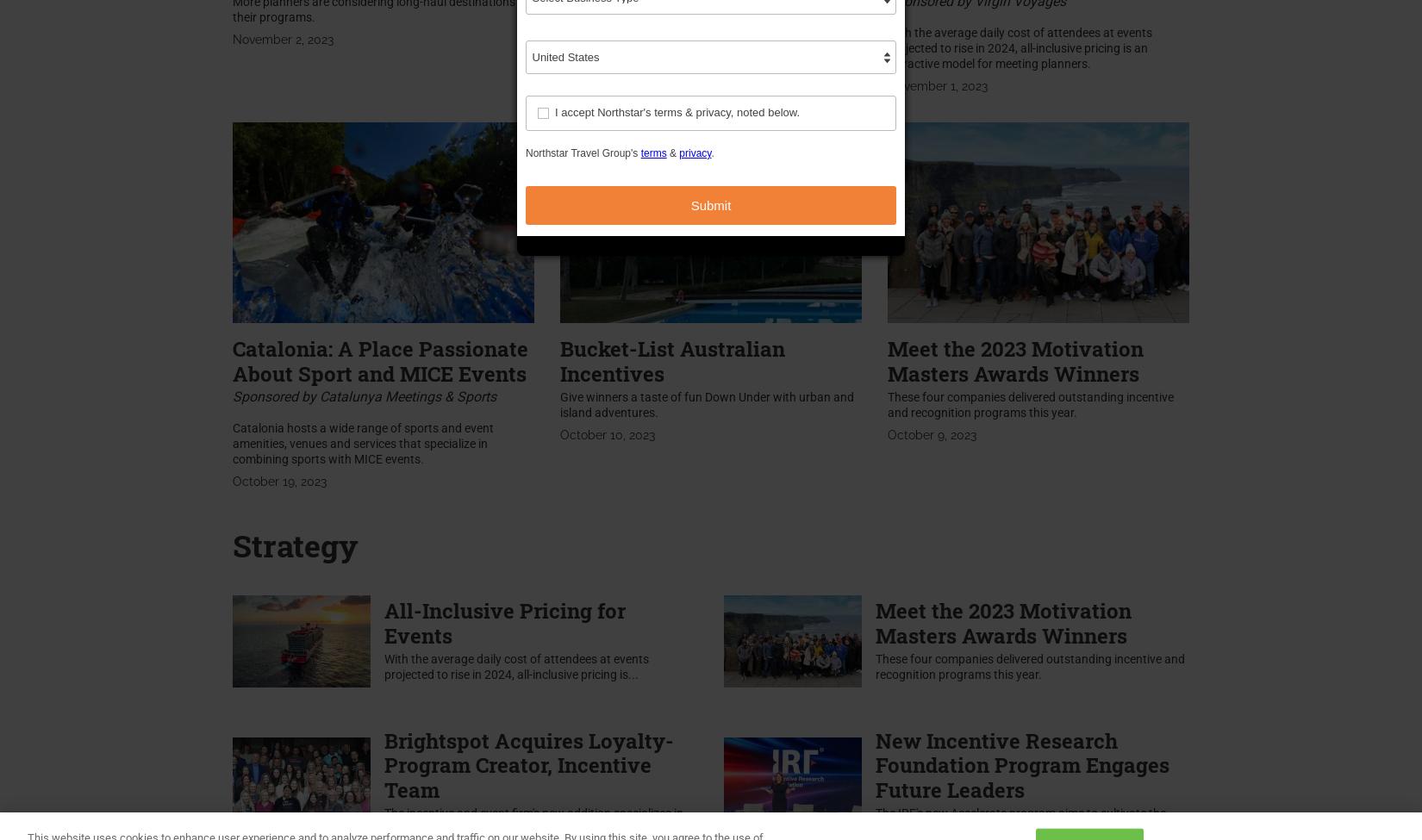  I want to click on 'October 9, 2023', so click(931, 433).